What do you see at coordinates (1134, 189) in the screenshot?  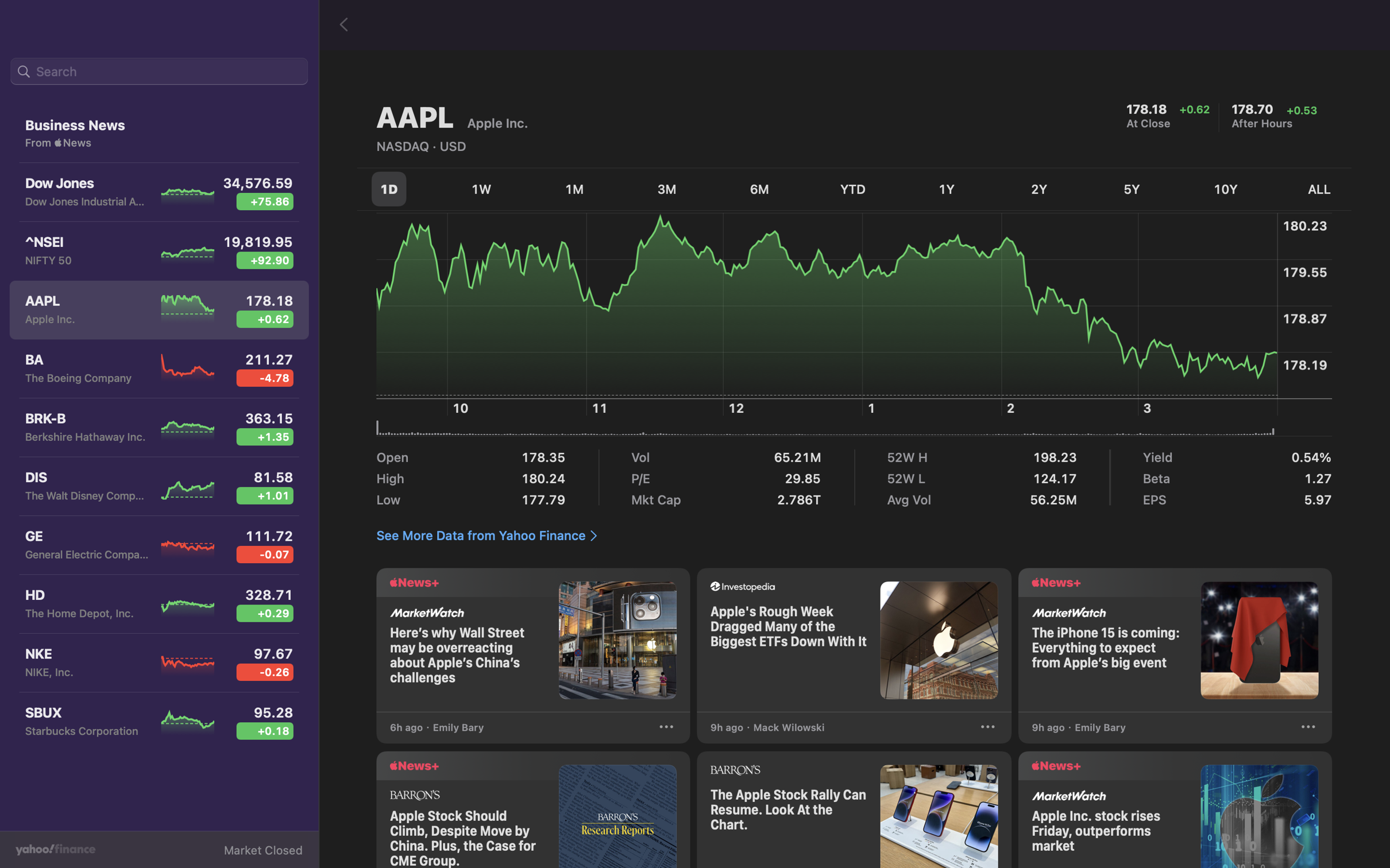 I see `Scrutinize the past 5 years stock variation` at bounding box center [1134, 189].